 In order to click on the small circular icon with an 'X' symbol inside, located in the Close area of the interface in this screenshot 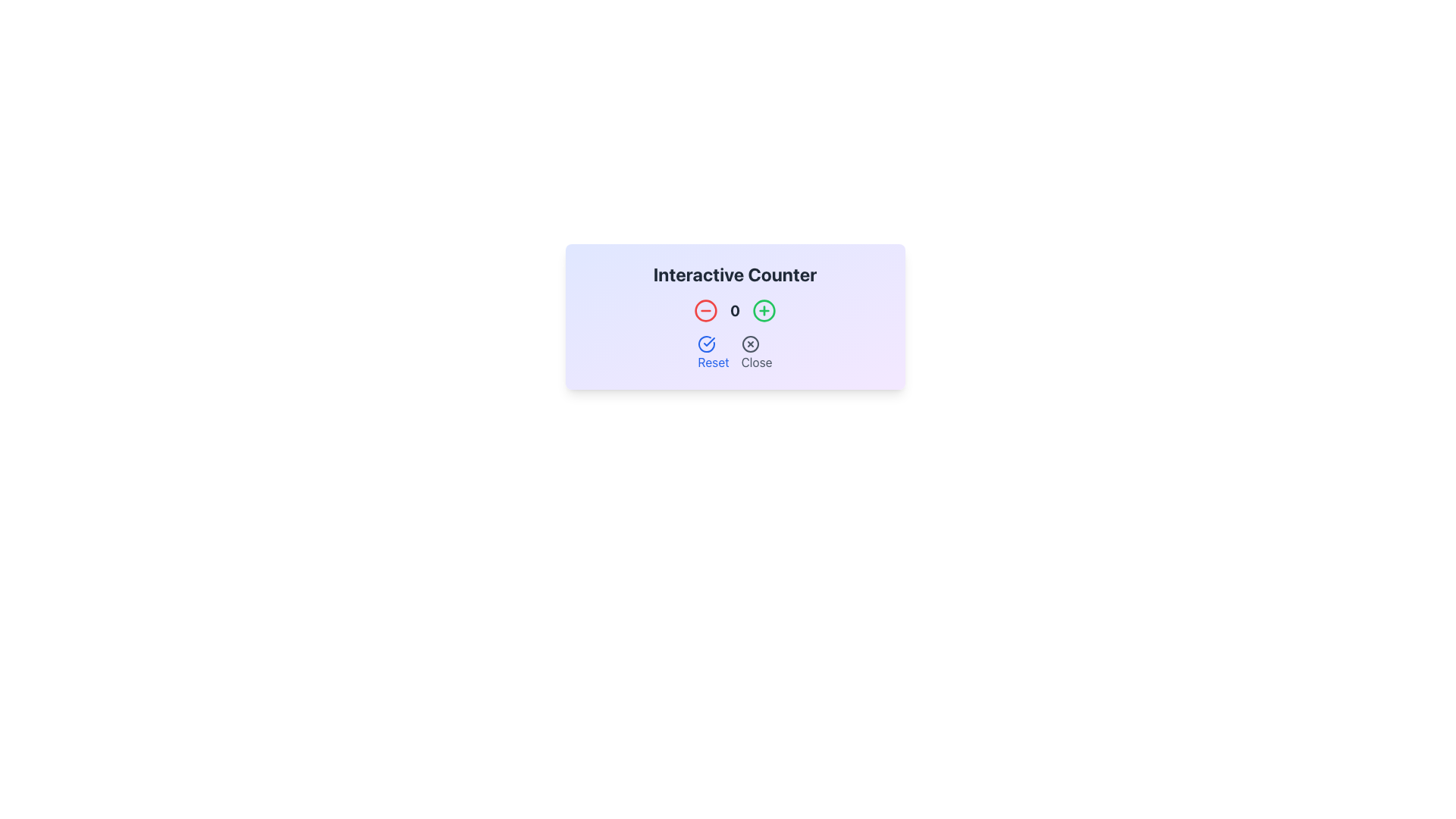, I will do `click(750, 344)`.